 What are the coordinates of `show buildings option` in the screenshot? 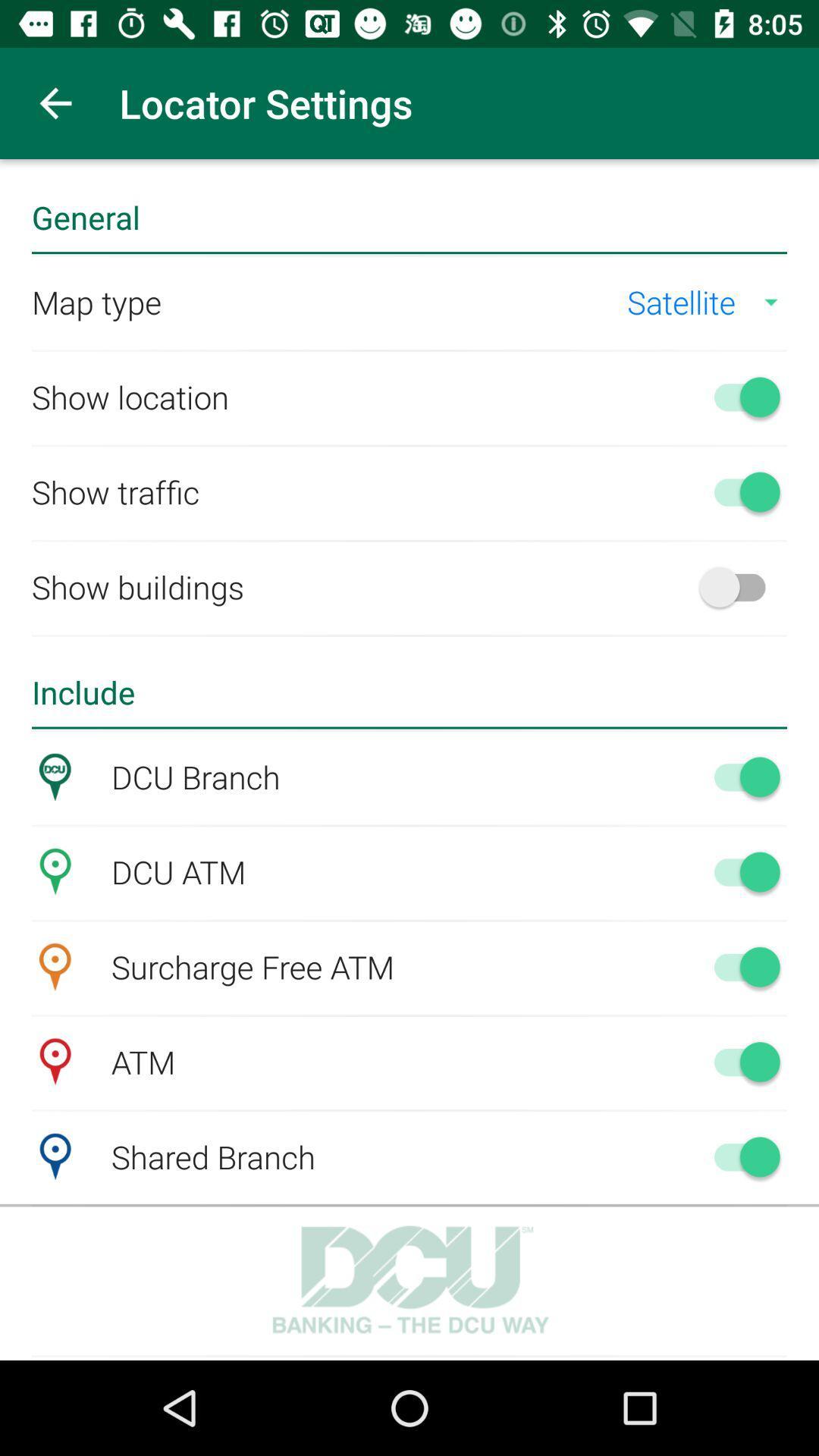 It's located at (739, 585).